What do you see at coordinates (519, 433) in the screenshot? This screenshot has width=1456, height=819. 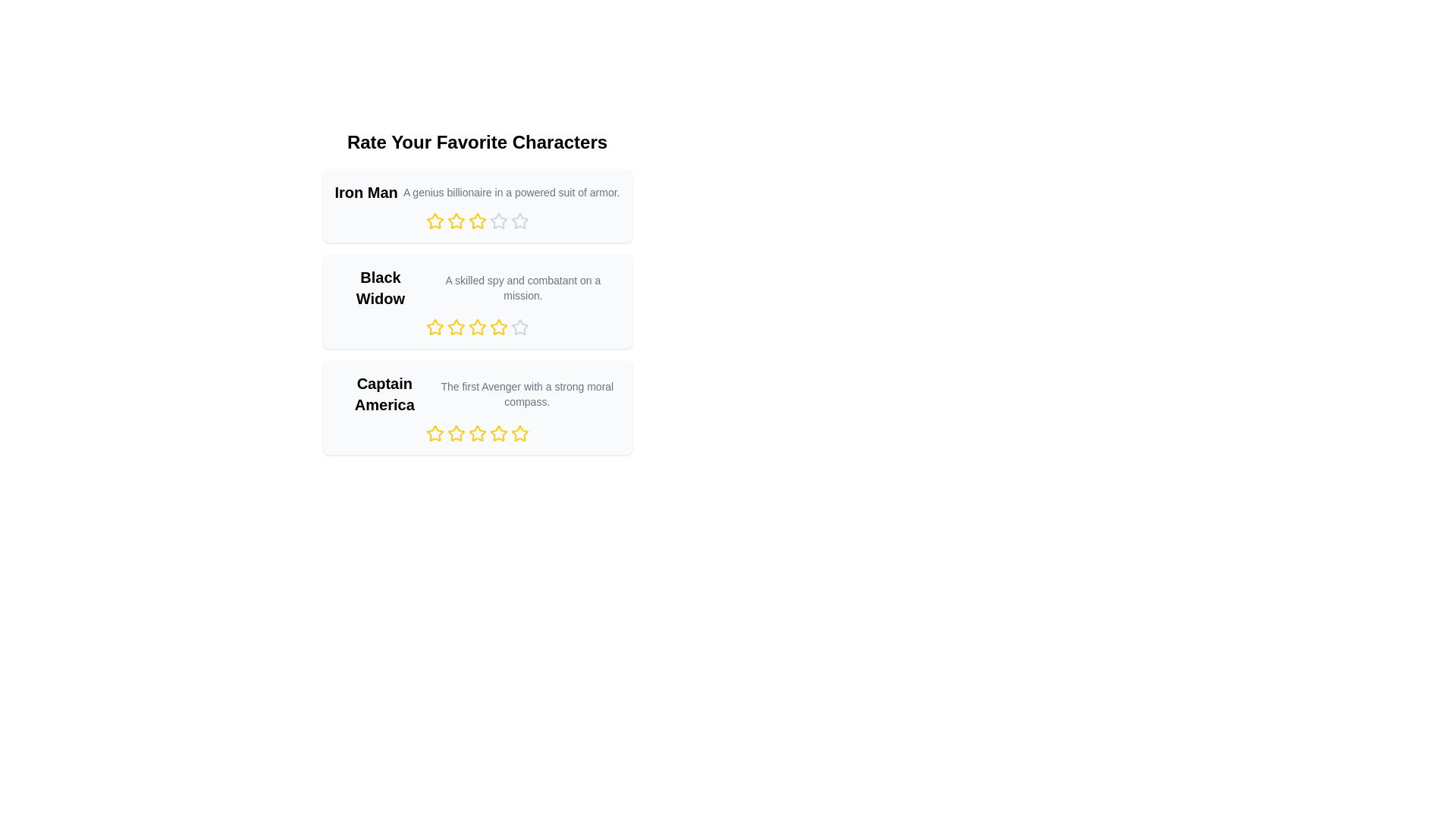 I see `the fourth rating star icon for 'Captain America' to trigger the tooltip or visual effect` at bounding box center [519, 433].